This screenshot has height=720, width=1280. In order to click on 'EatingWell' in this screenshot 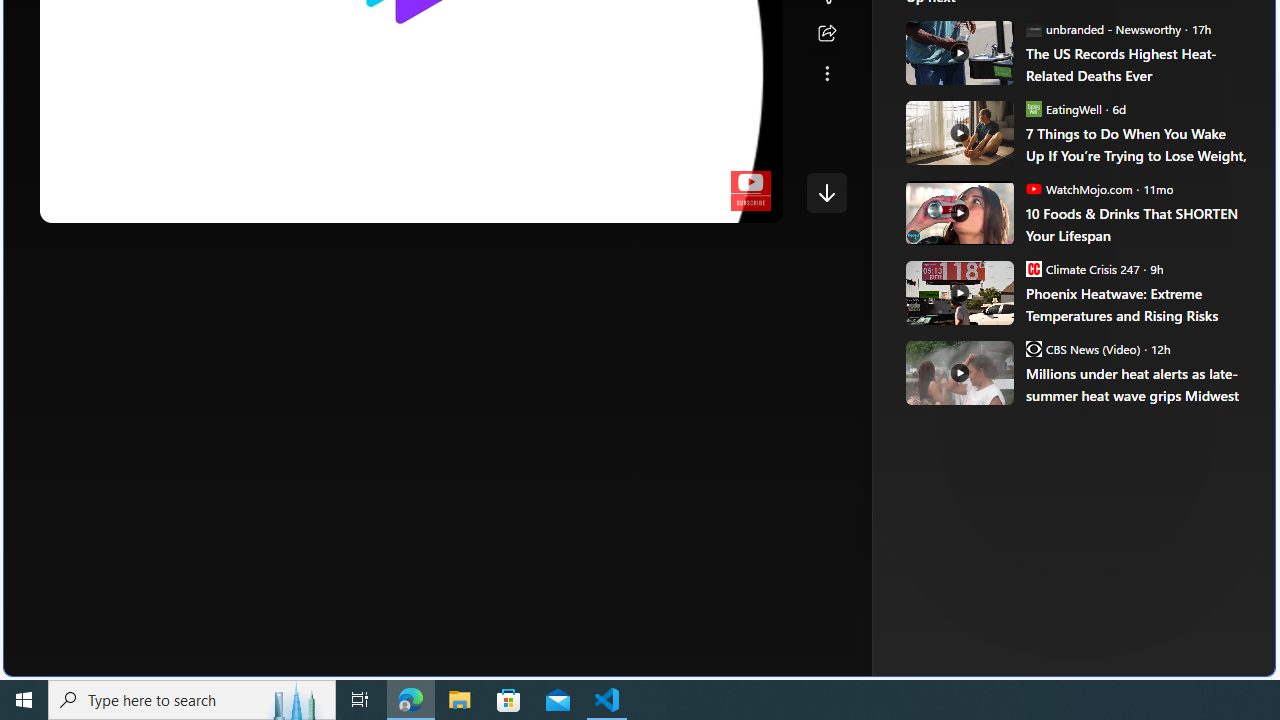, I will do `click(1033, 108)`.